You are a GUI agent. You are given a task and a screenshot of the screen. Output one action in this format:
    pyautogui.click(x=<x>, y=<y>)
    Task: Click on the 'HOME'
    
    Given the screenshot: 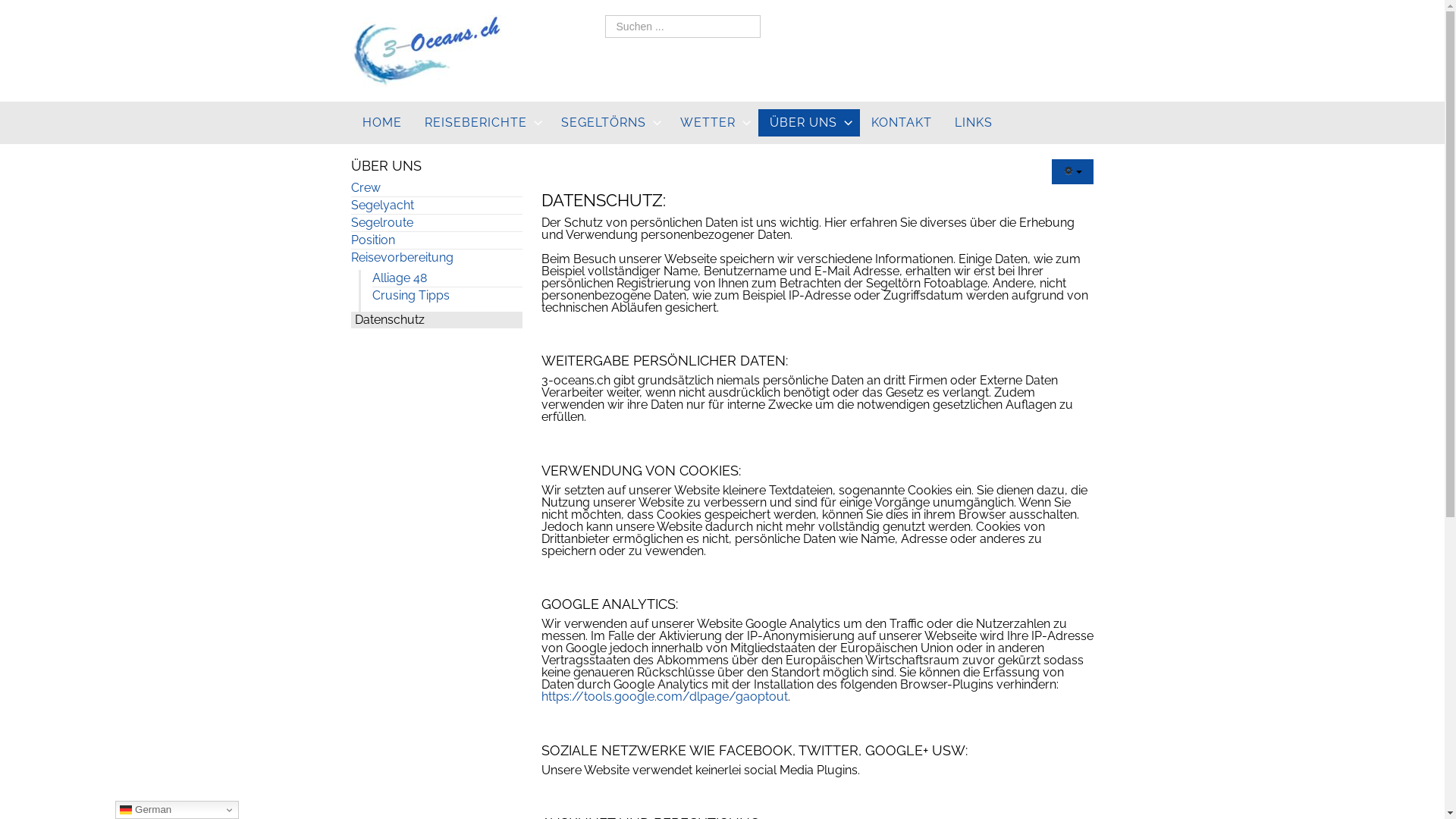 What is the action you would take?
    pyautogui.click(x=381, y=122)
    